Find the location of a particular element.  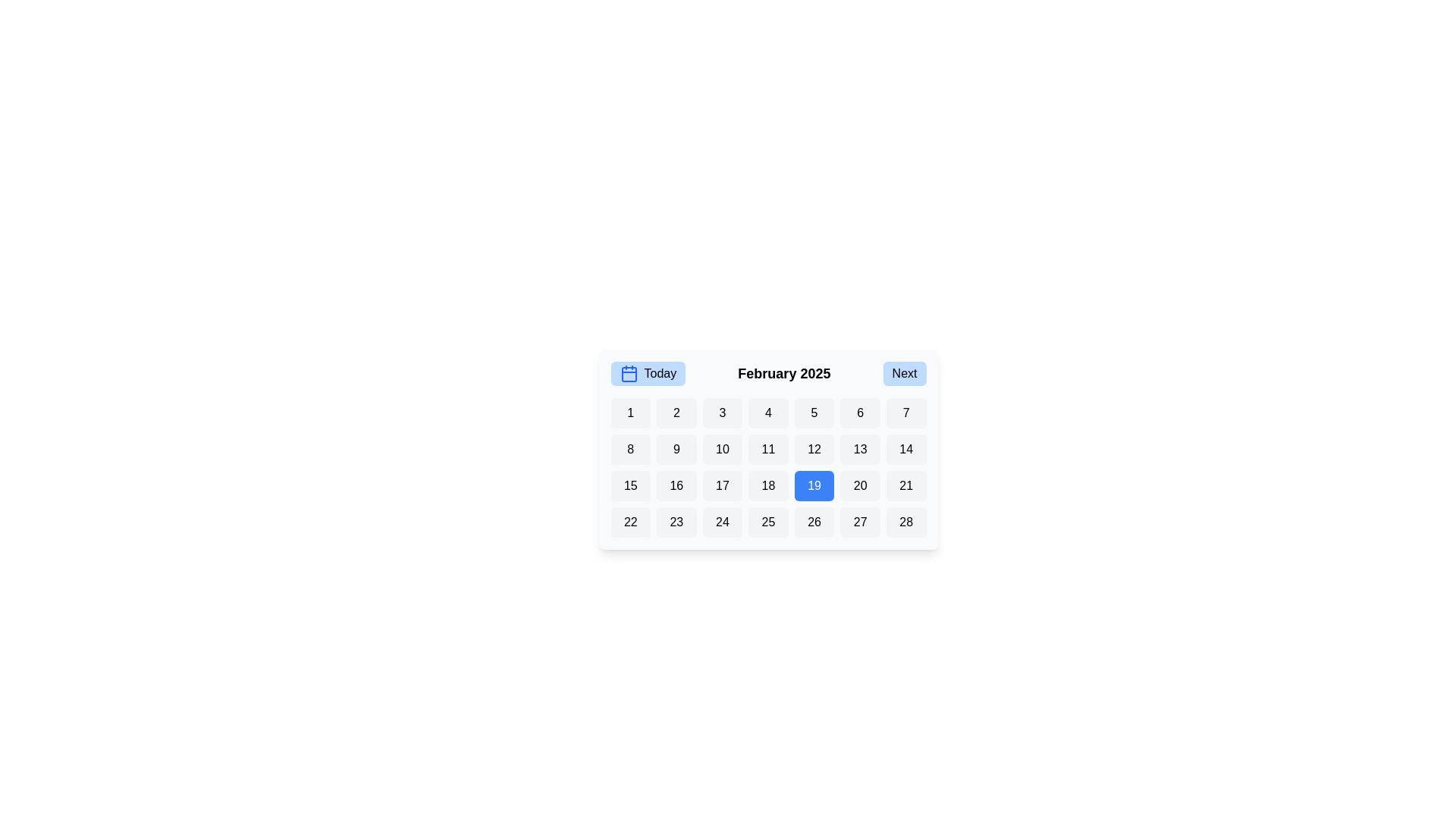

the 'Next' button to navigate to the next month is located at coordinates (905, 374).